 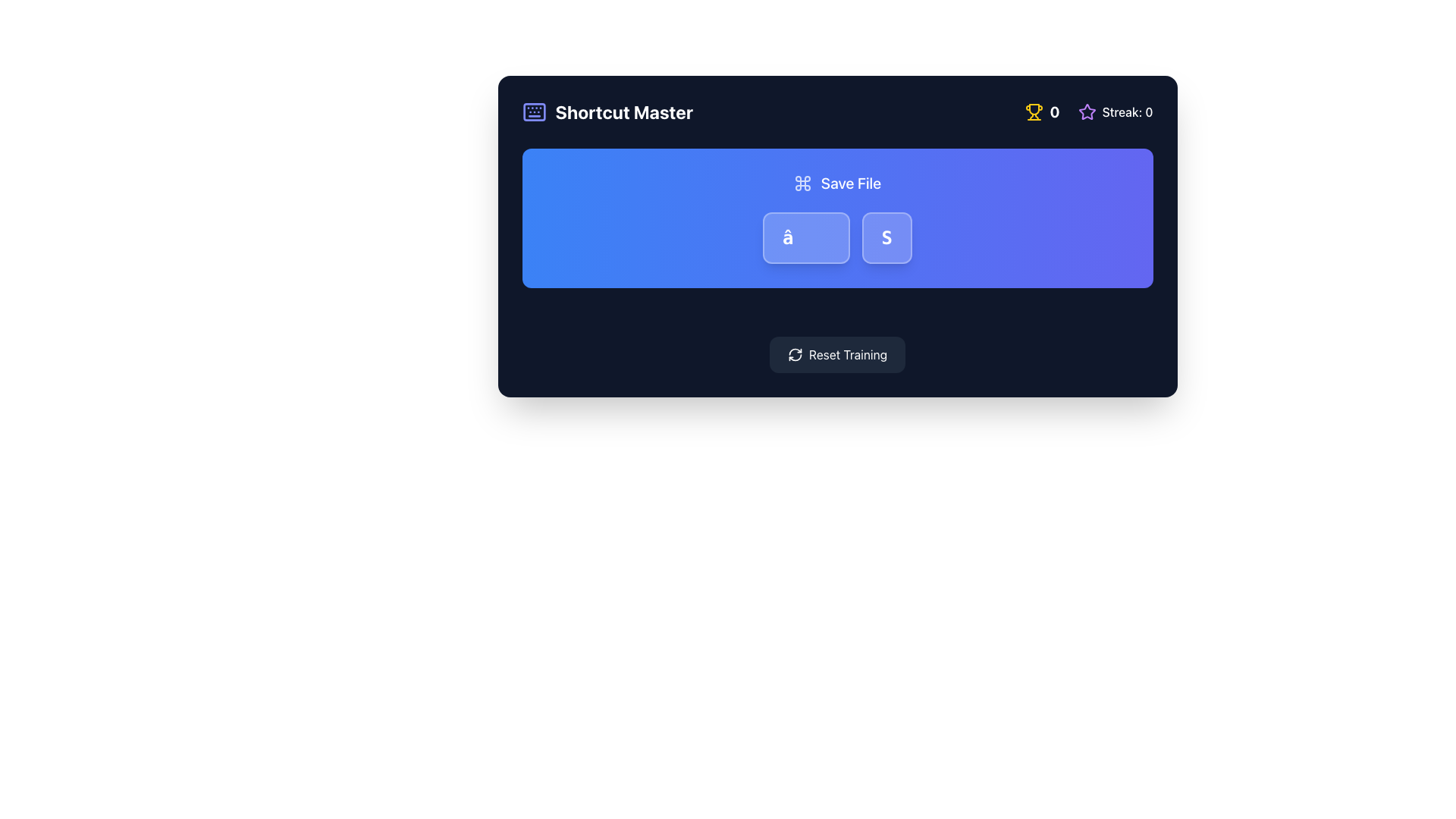 I want to click on the 'Reset Training' button, which is a dark rectangular button with rounded corners containing white text and a circular arrow icon, to initiate the reset of the training process, so click(x=836, y=354).